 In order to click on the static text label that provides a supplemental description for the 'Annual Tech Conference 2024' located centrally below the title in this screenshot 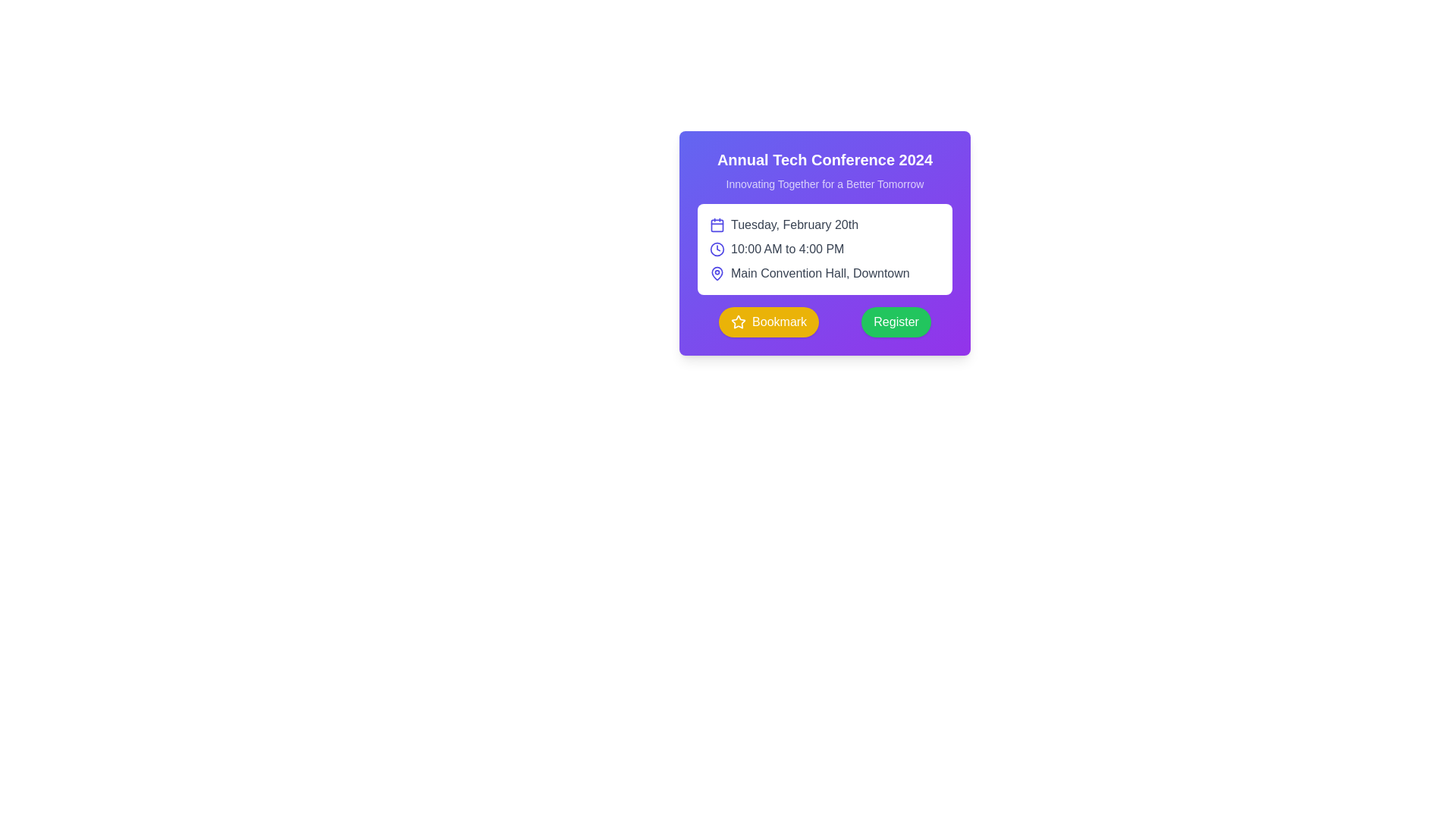, I will do `click(824, 184)`.